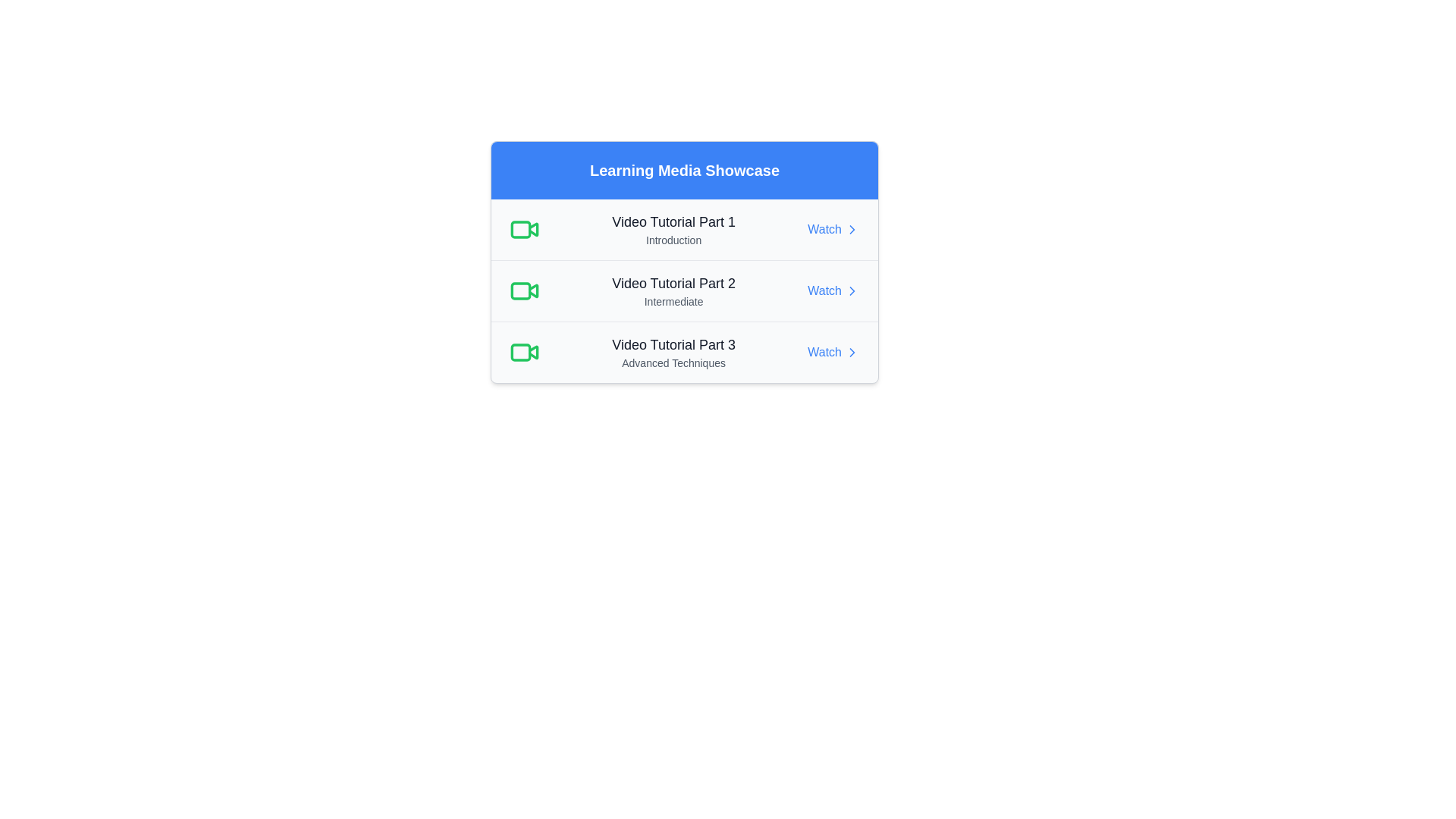 This screenshot has width=1456, height=819. What do you see at coordinates (524, 353) in the screenshot?
I see `the Icon representing video content for 'Video Tutorial Part 3', which is located in the third row of the list, to the left of the text 'Video Tutorial Part 3' and above the 'Watch' link` at bounding box center [524, 353].